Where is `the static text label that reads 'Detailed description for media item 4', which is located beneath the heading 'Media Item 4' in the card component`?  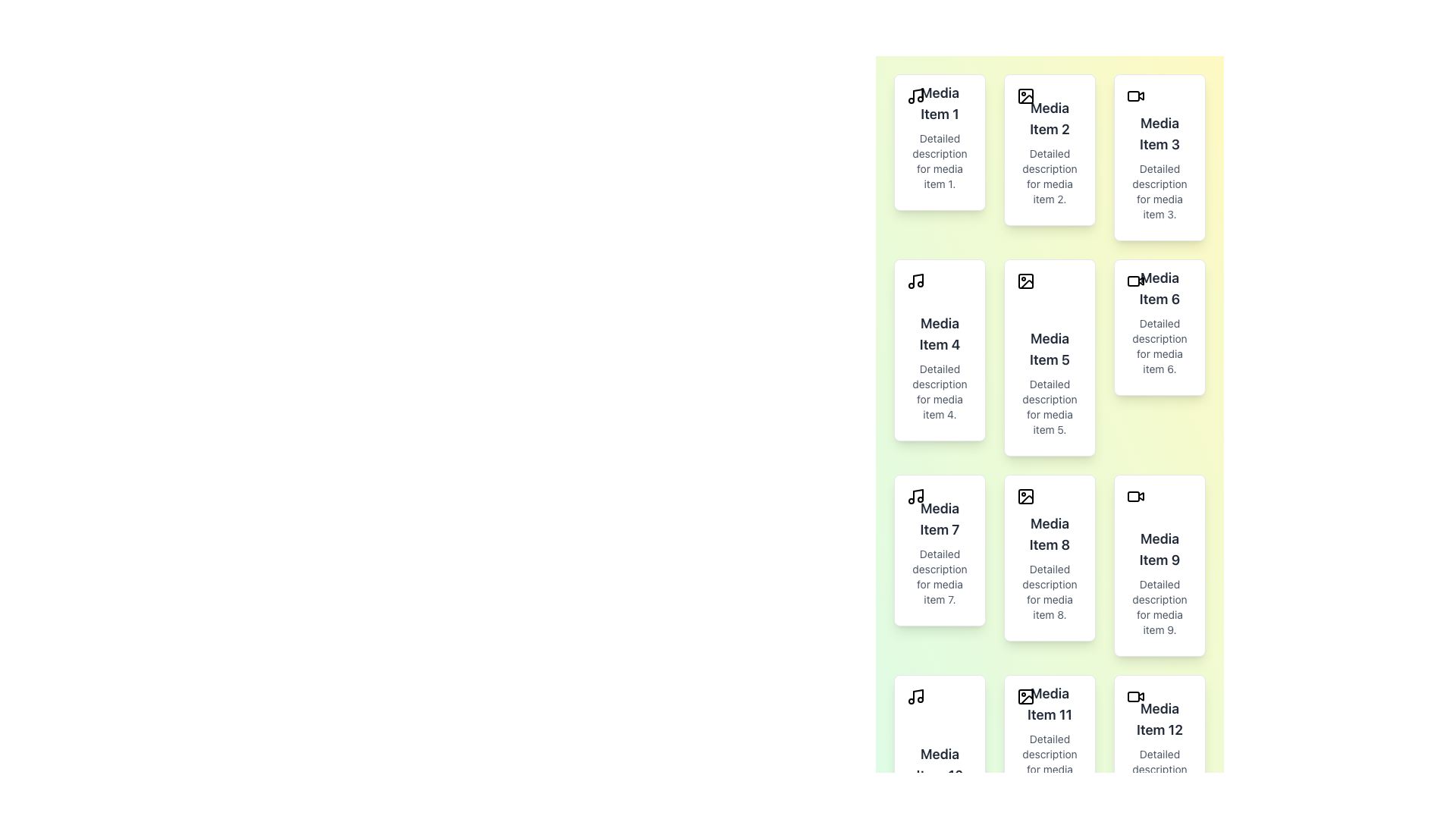
the static text label that reads 'Detailed description for media item 4', which is located beneath the heading 'Media Item 4' in the card component is located at coordinates (939, 391).